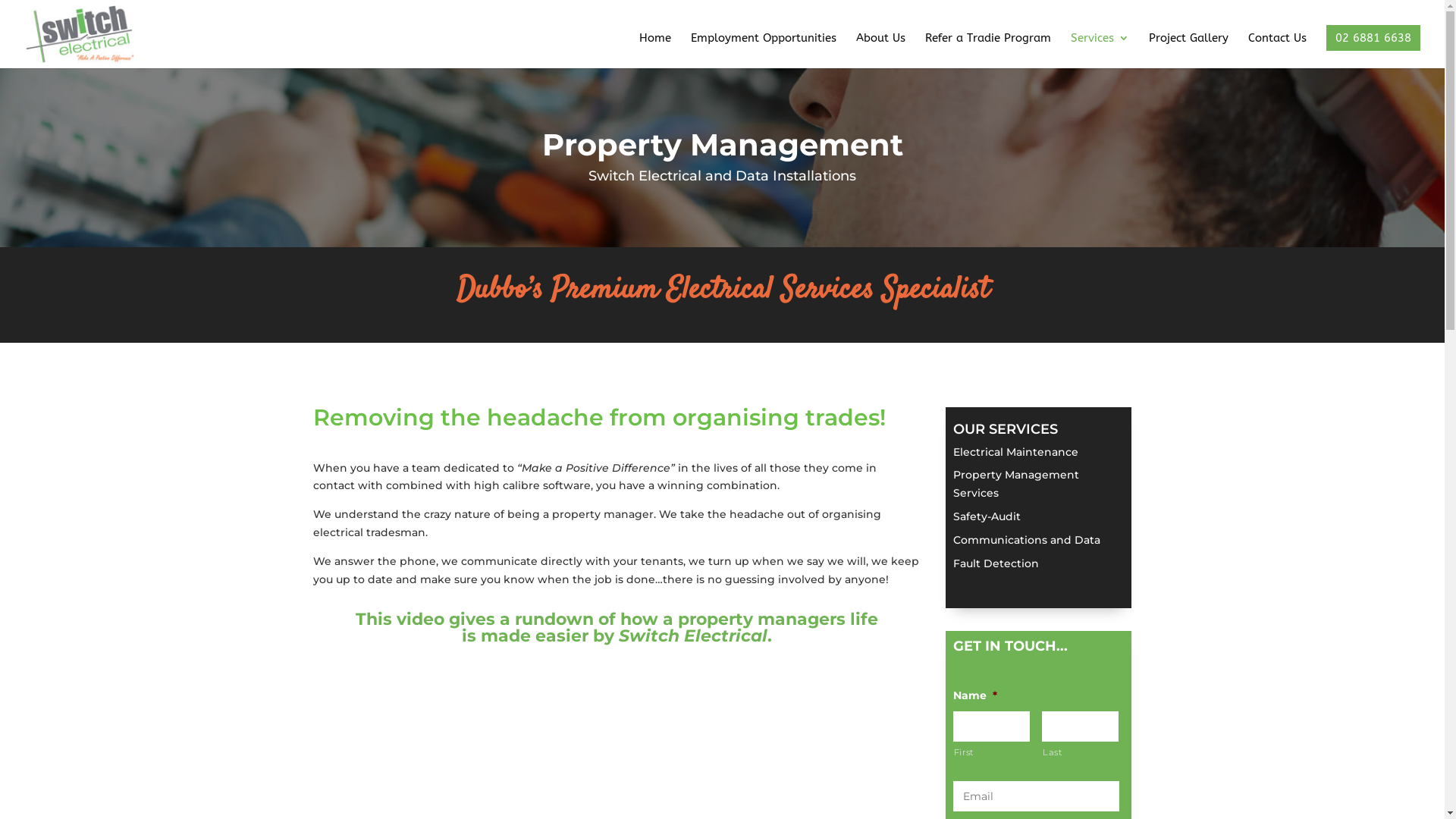 The width and height of the screenshot is (1456, 819). What do you see at coordinates (987, 516) in the screenshot?
I see `'Safety-Audit'` at bounding box center [987, 516].